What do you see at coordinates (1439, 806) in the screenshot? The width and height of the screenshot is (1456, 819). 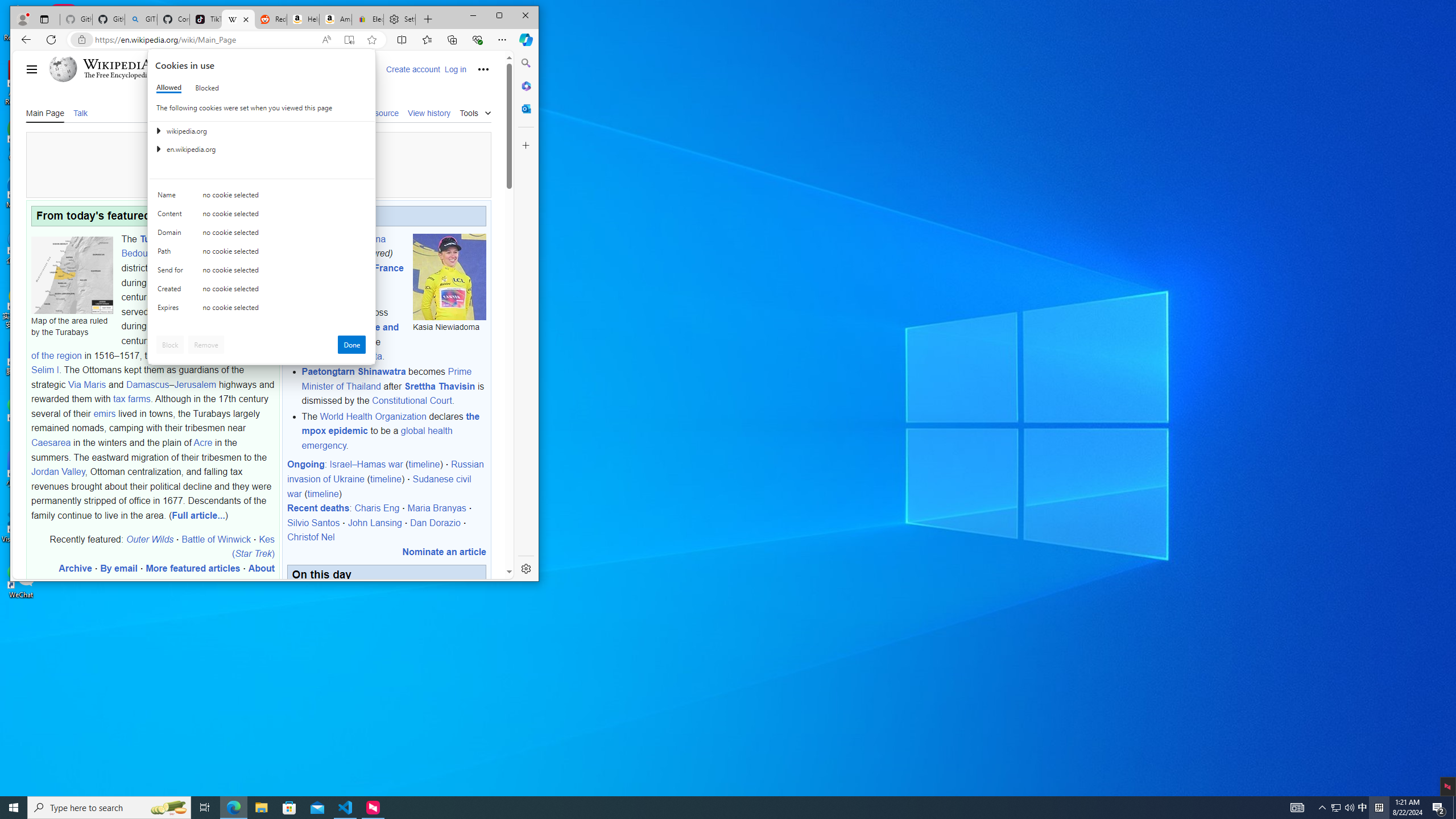 I see `'Action Center, 2 new notifications'` at bounding box center [1439, 806].